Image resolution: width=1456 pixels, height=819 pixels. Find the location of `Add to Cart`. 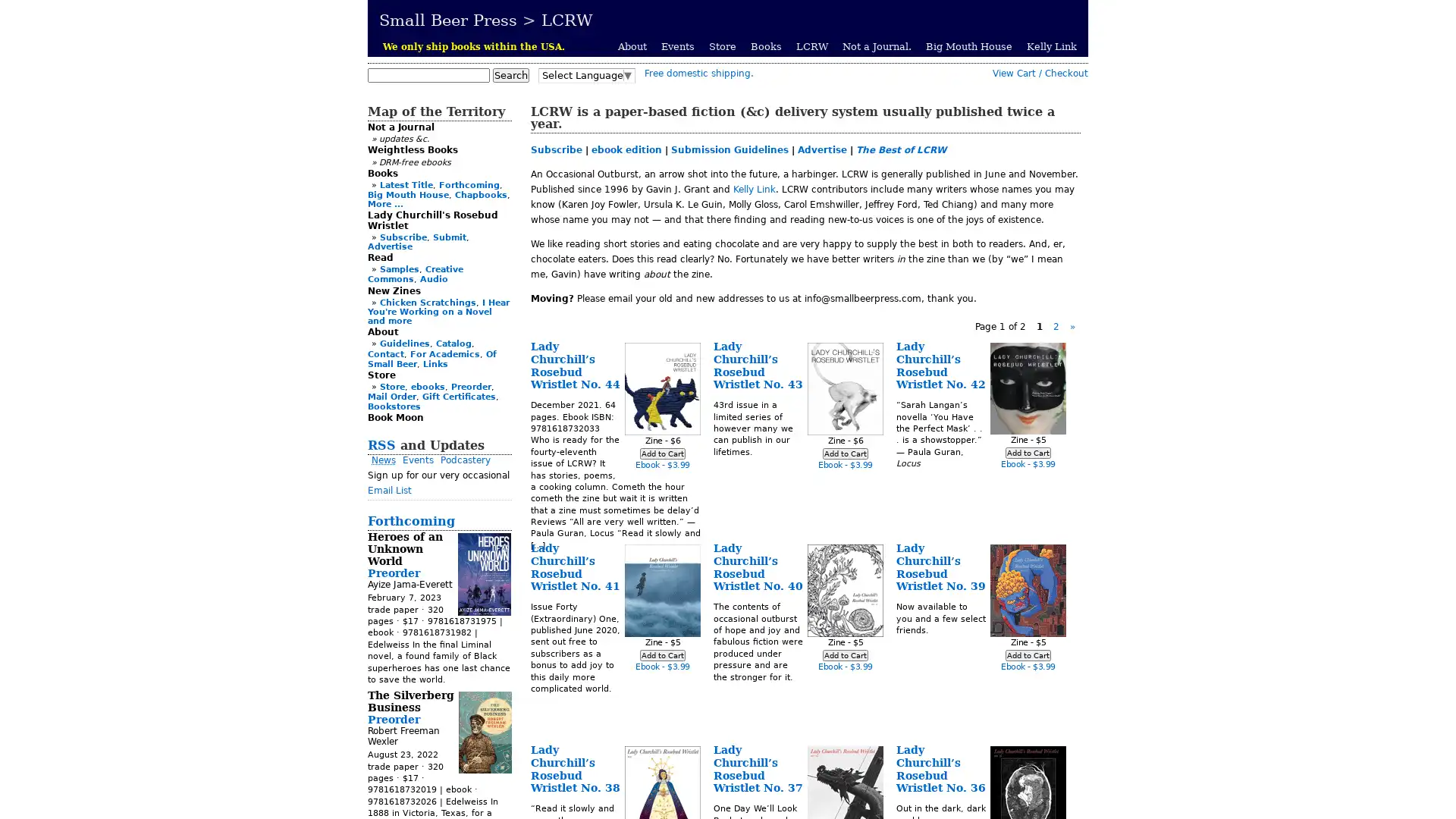

Add to Cart is located at coordinates (1028, 452).